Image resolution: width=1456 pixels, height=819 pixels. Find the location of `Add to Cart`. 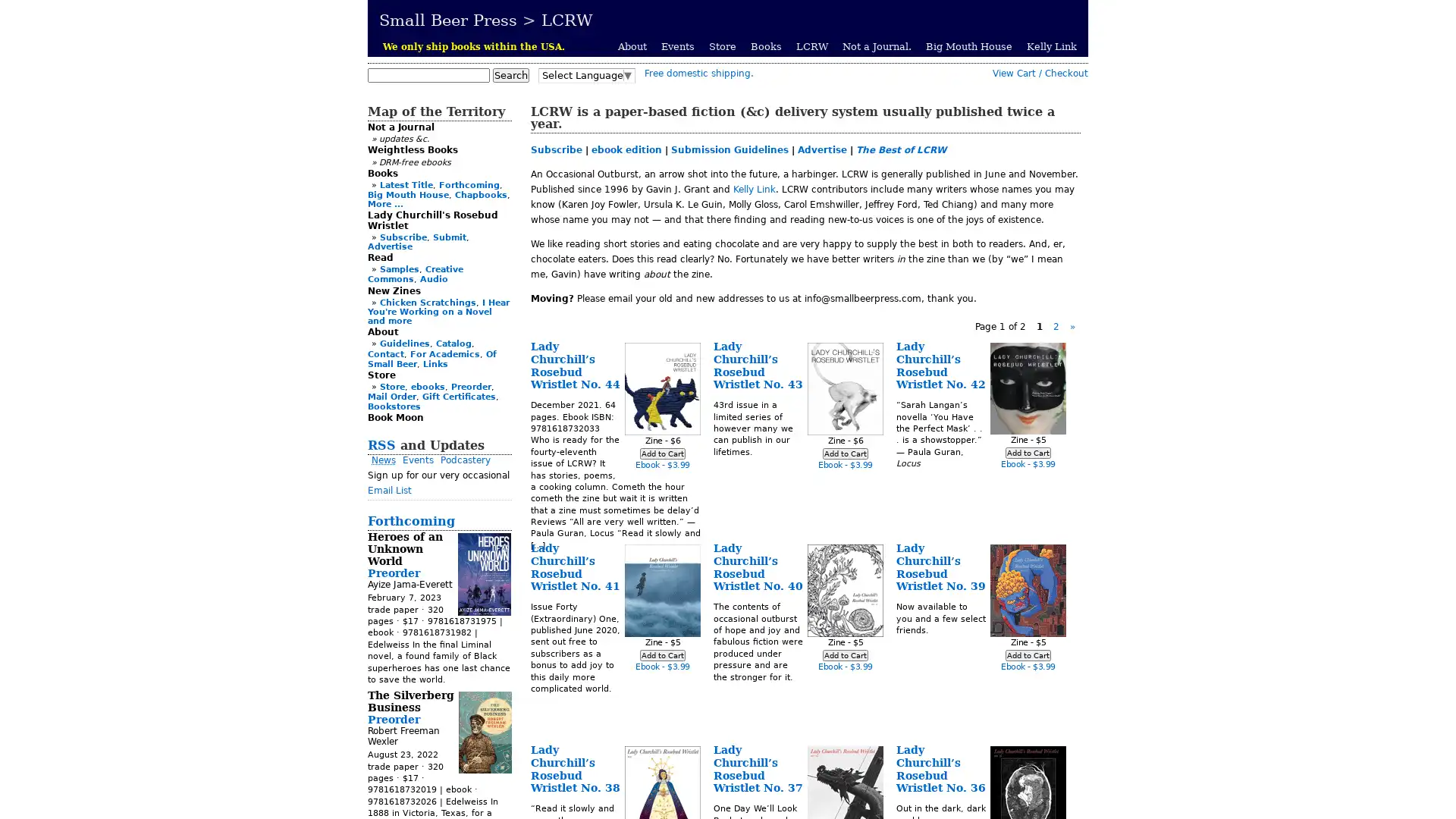

Add to Cart is located at coordinates (1028, 452).